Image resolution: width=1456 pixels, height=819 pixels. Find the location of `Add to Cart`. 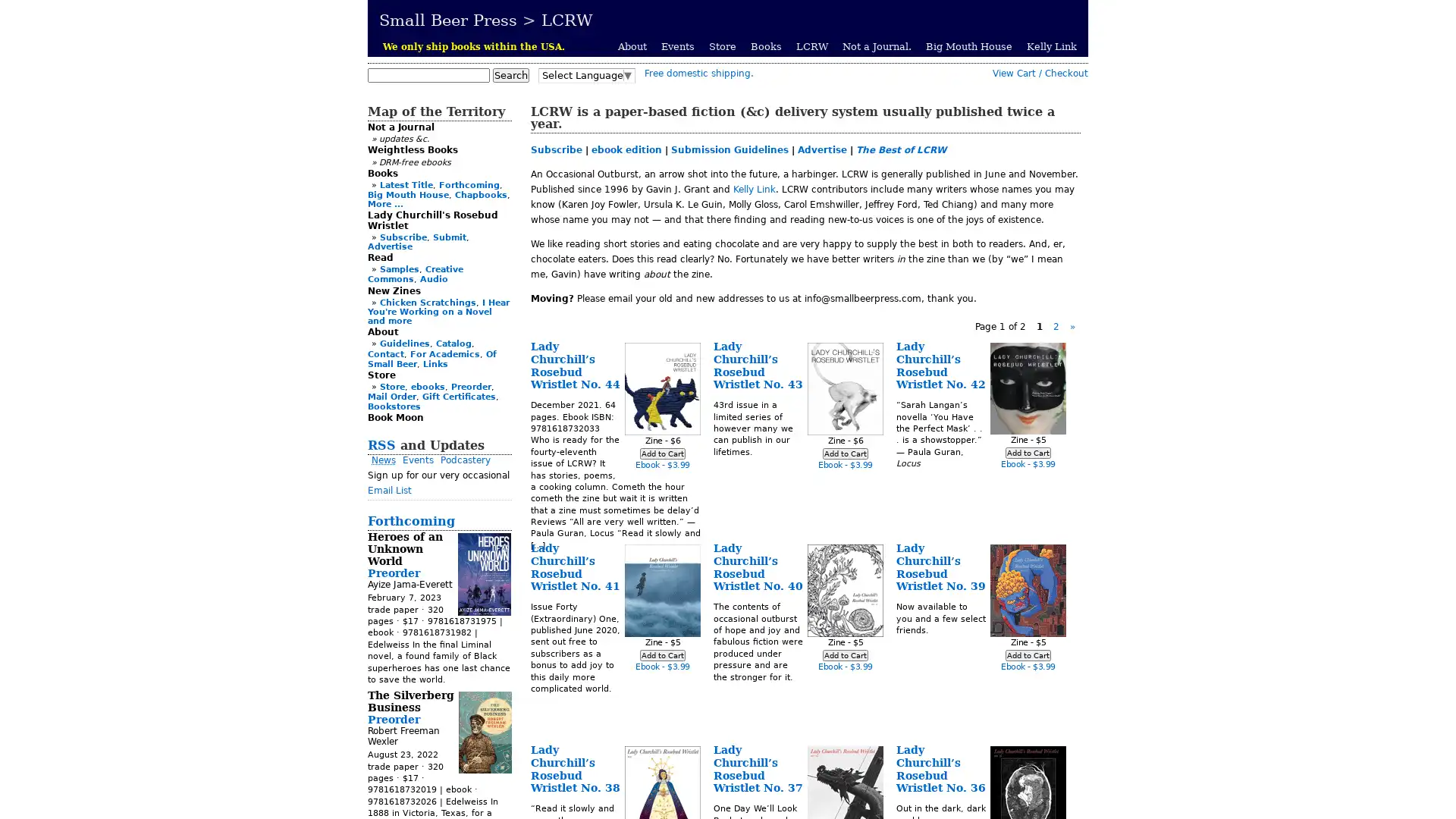

Add to Cart is located at coordinates (1028, 452).